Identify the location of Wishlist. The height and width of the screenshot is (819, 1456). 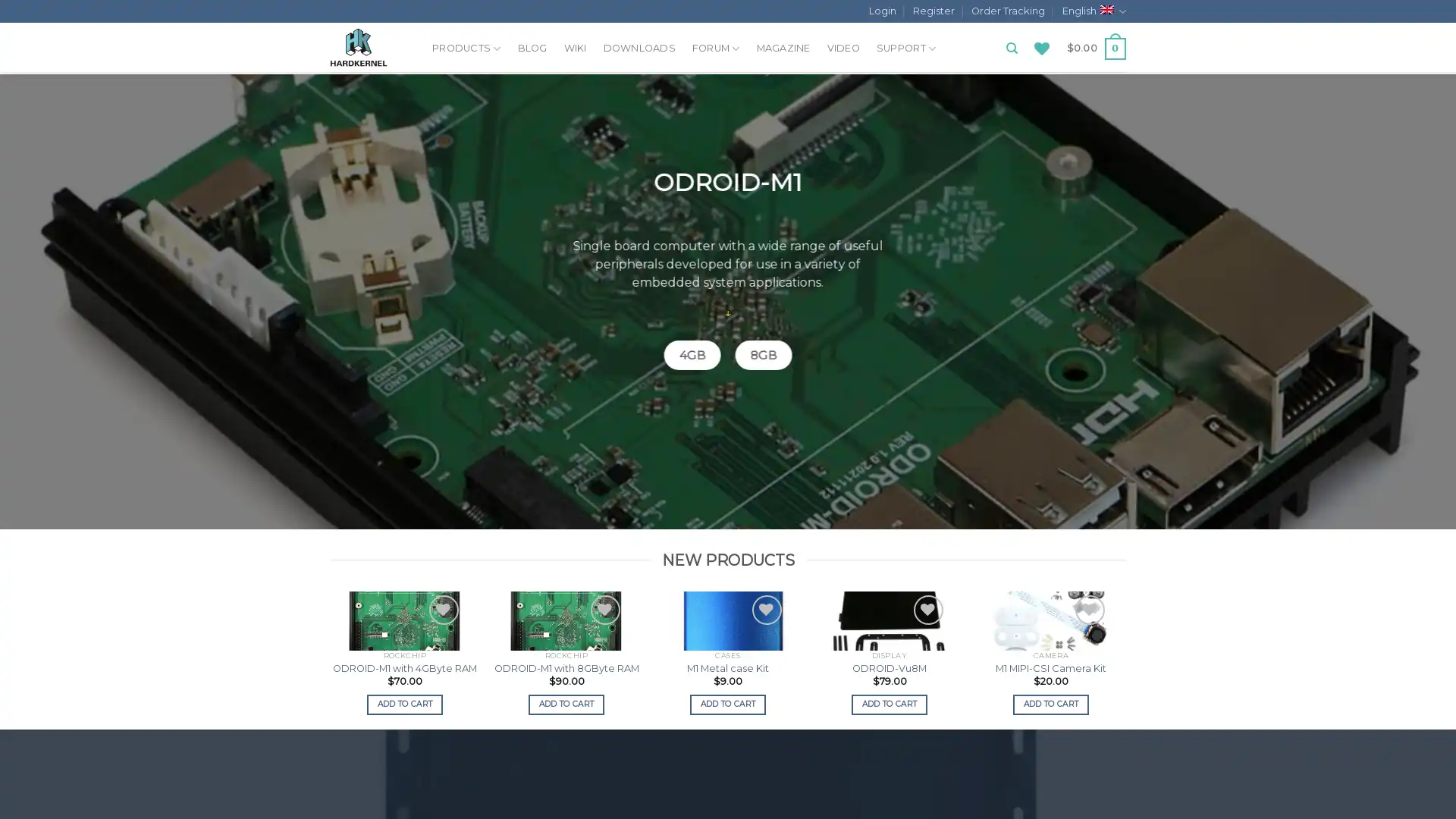
(766, 609).